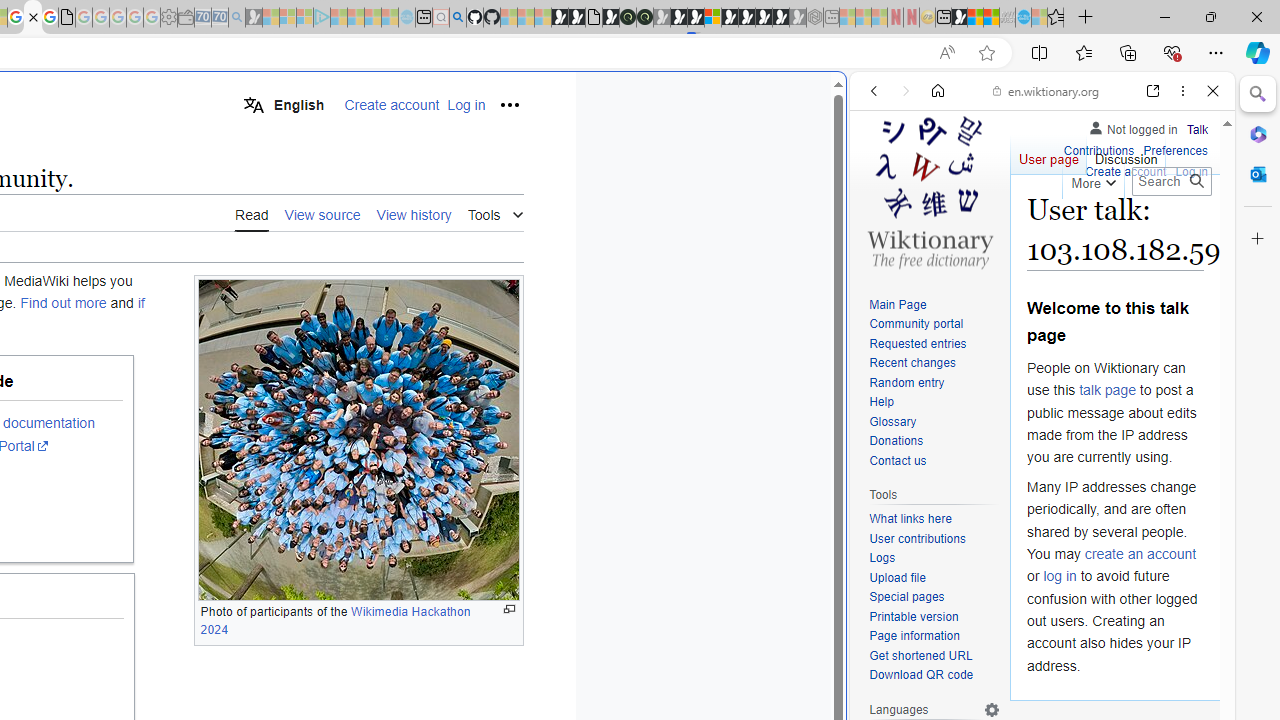  What do you see at coordinates (916, 342) in the screenshot?
I see `'Requested entries'` at bounding box center [916, 342].